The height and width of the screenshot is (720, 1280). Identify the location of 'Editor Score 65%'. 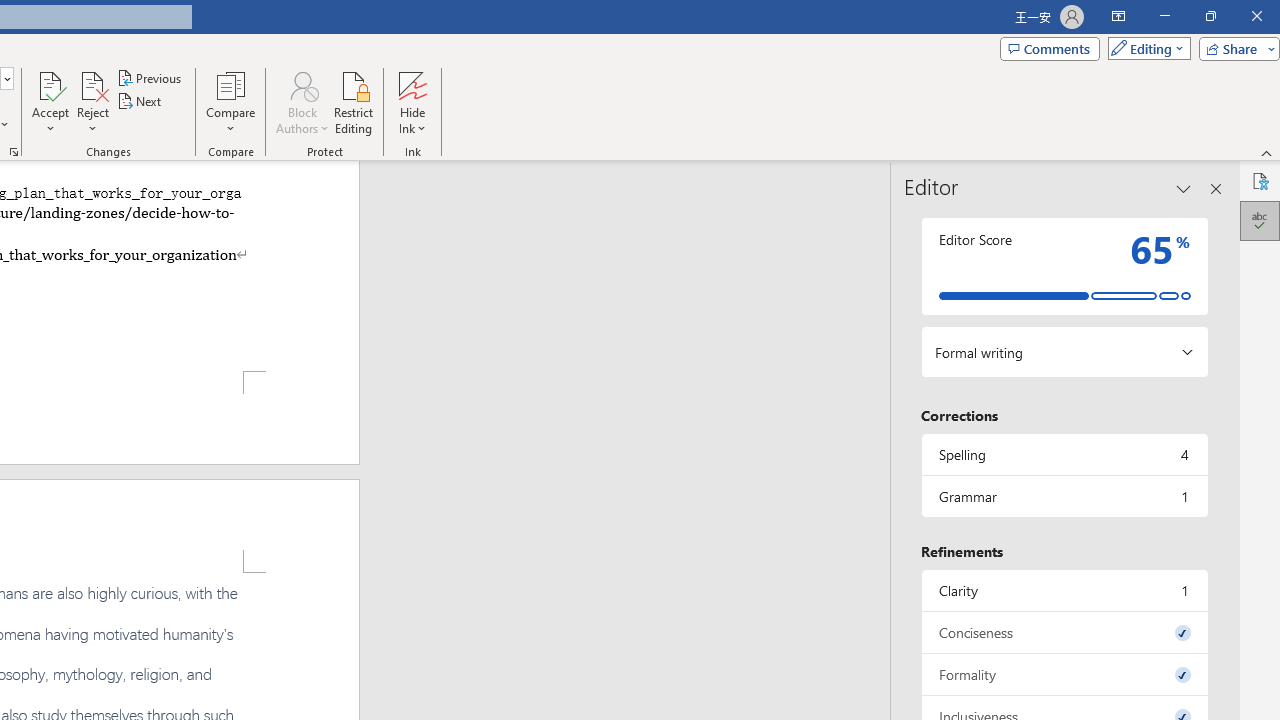
(1063, 265).